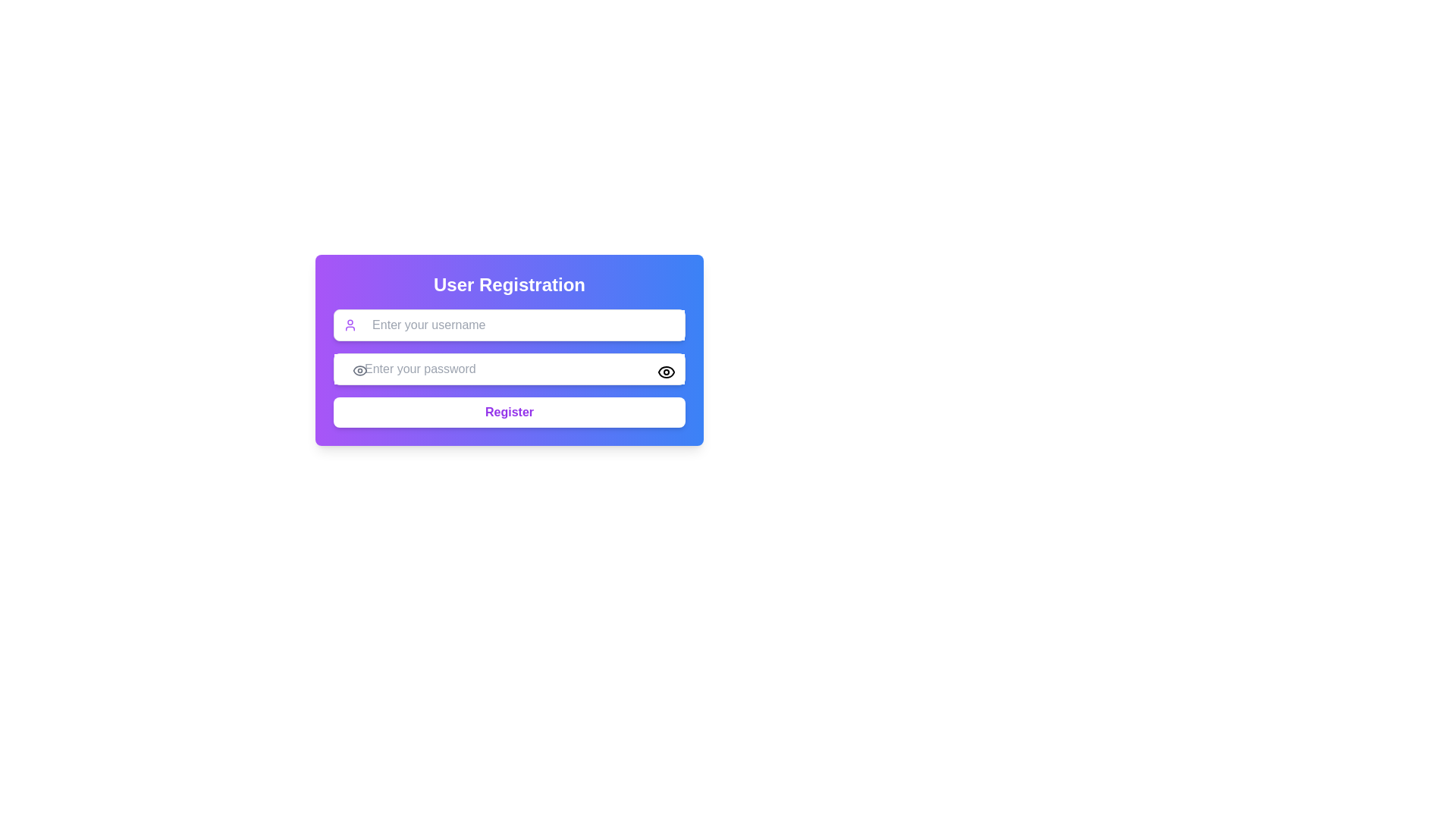  What do you see at coordinates (350, 324) in the screenshot?
I see `the user silhouette icon, which is a small purple icon located to the left of the 'Enter your username' input field in the registration form` at bounding box center [350, 324].